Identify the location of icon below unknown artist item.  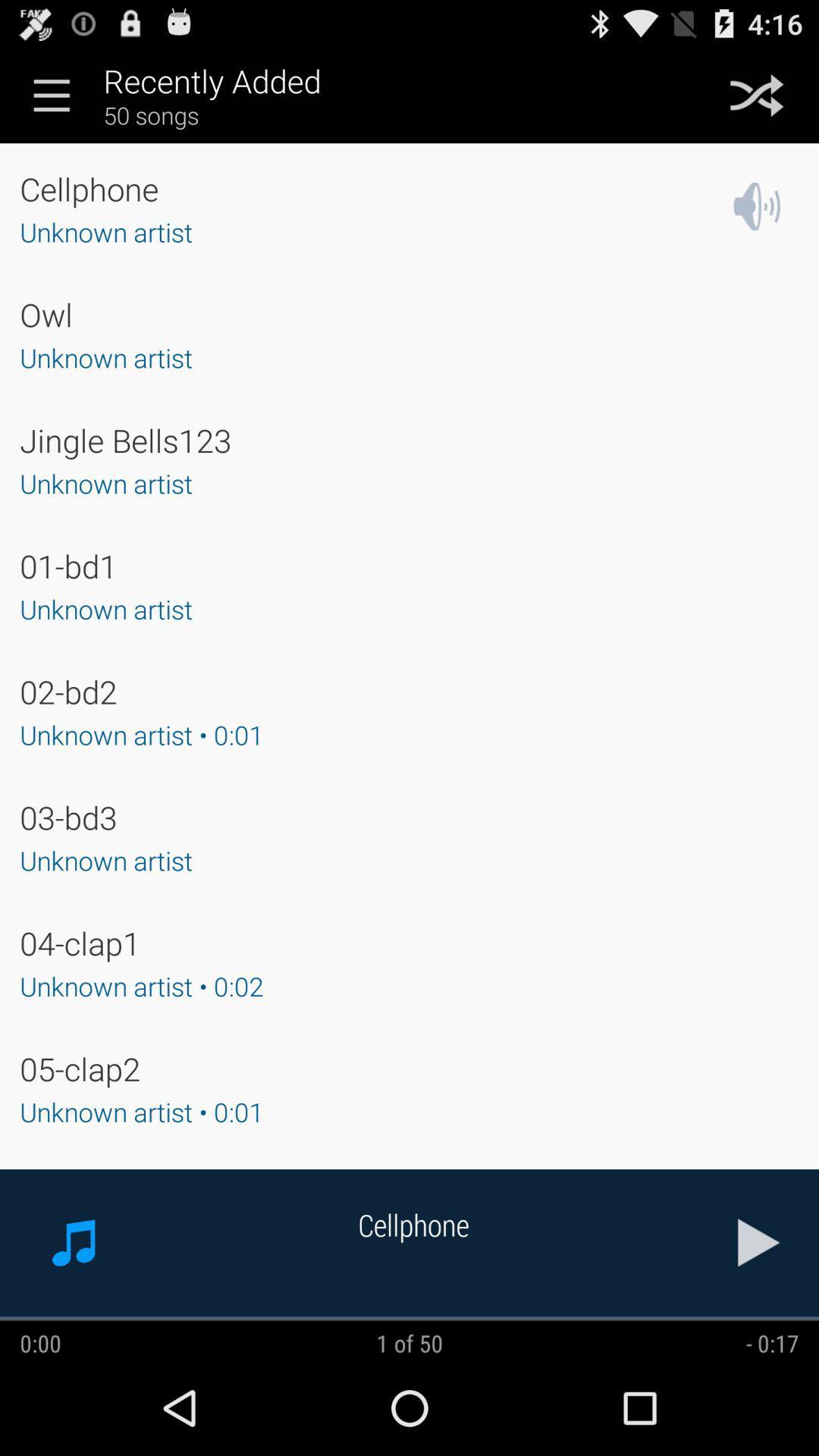
(80, 942).